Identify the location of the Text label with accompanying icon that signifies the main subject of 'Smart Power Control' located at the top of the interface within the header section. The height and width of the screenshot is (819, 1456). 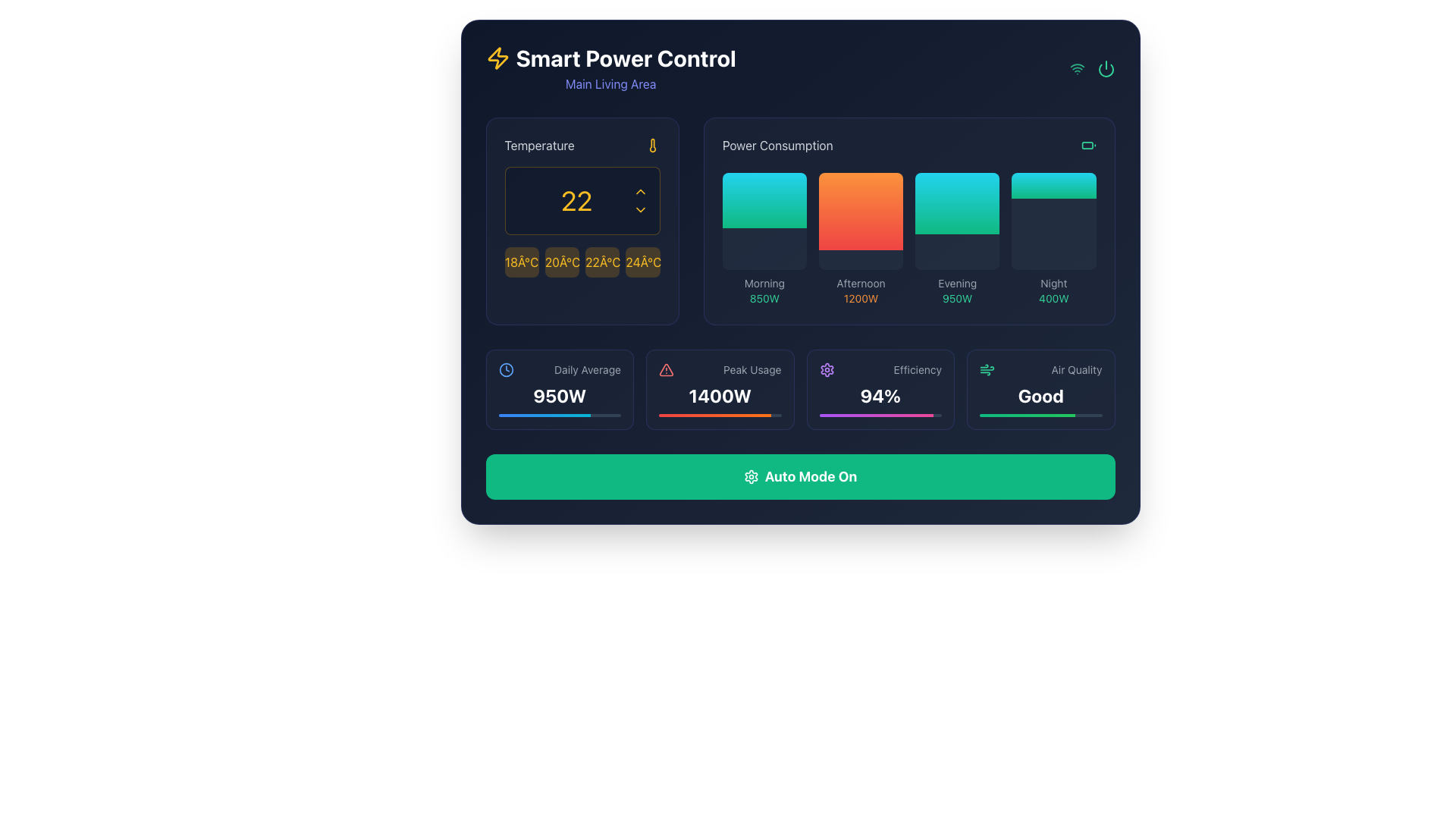
(610, 58).